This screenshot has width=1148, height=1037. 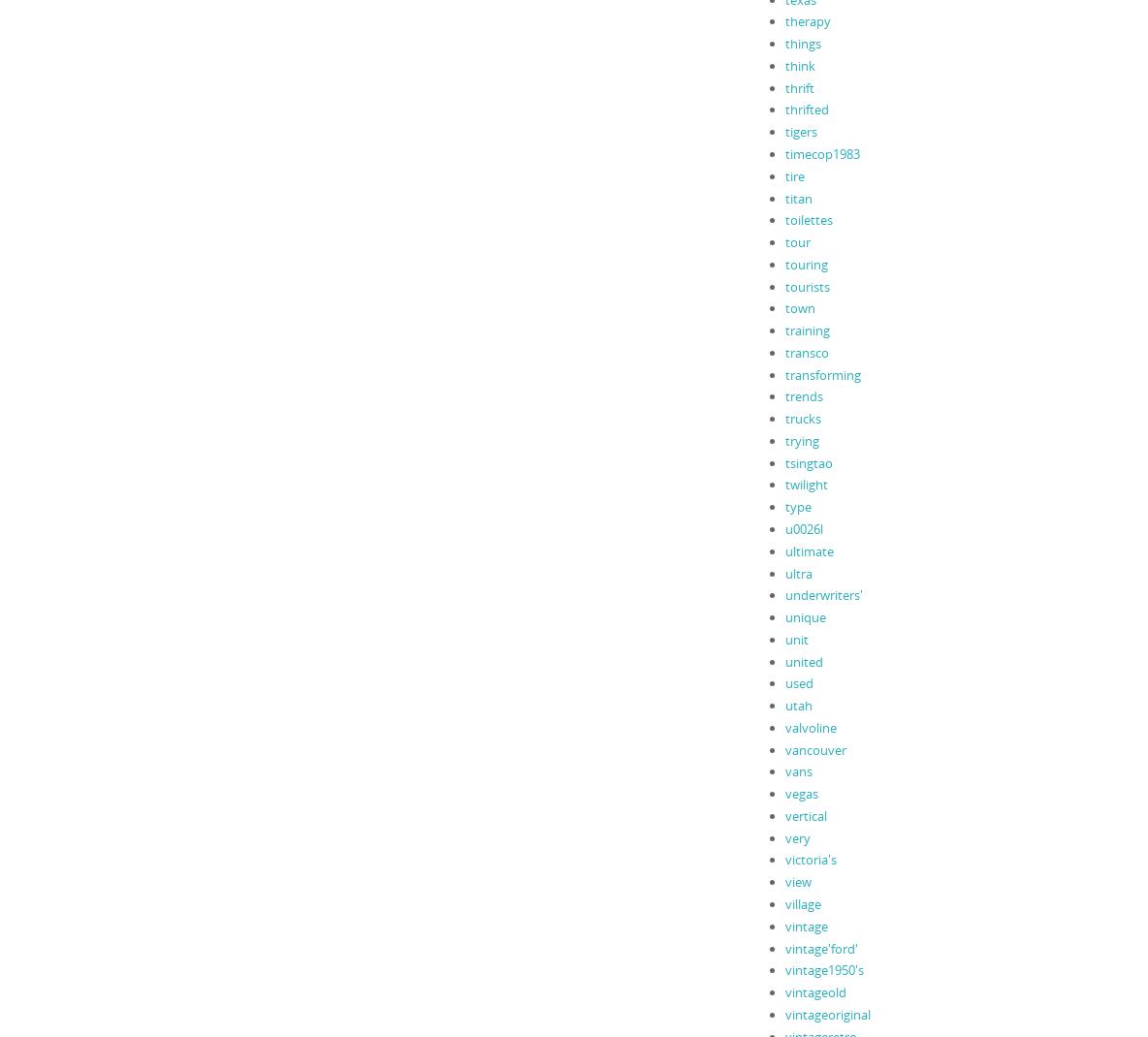 What do you see at coordinates (809, 549) in the screenshot?
I see `'ultimate'` at bounding box center [809, 549].